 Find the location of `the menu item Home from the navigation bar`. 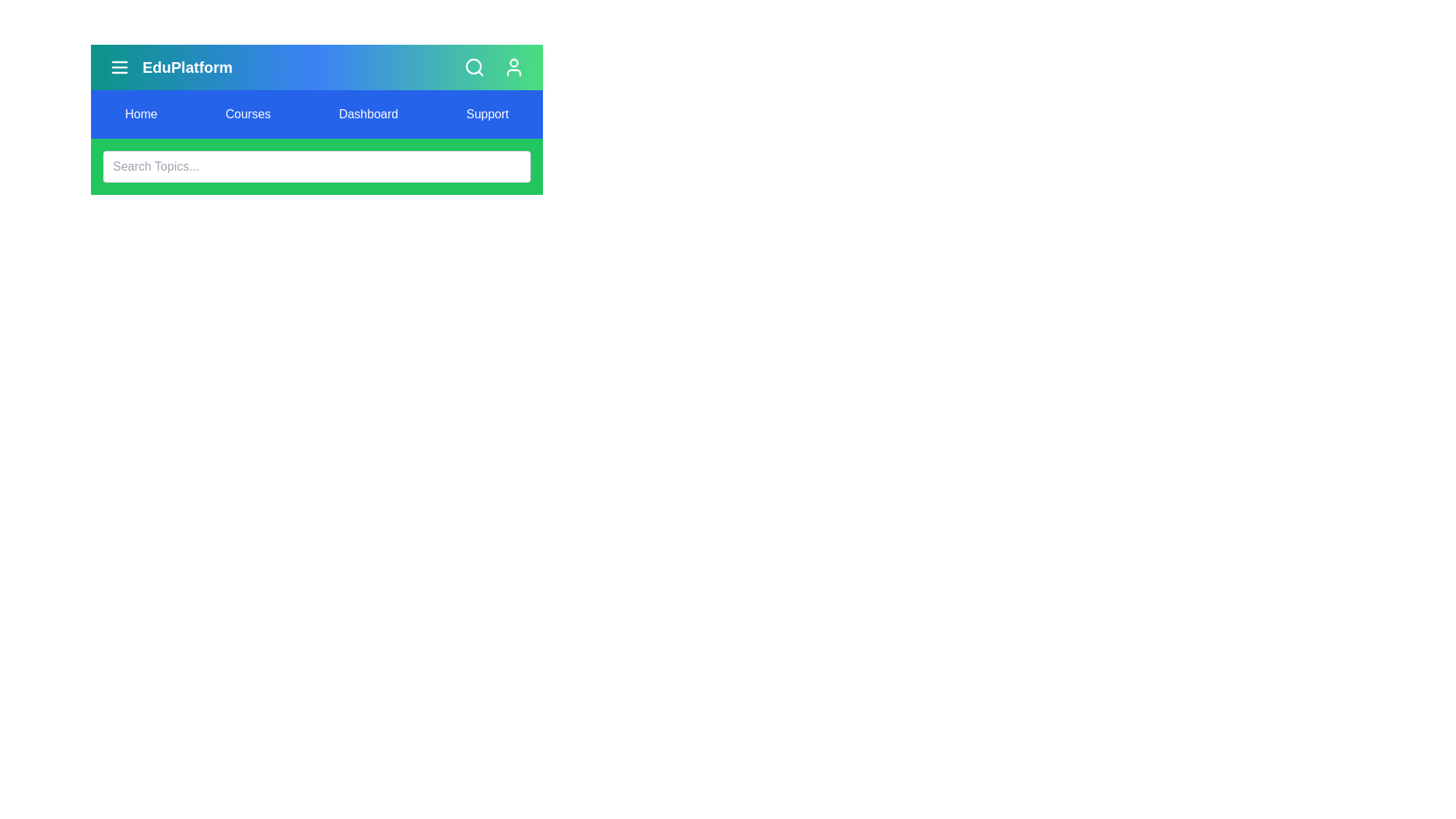

the menu item Home from the navigation bar is located at coordinates (141, 113).